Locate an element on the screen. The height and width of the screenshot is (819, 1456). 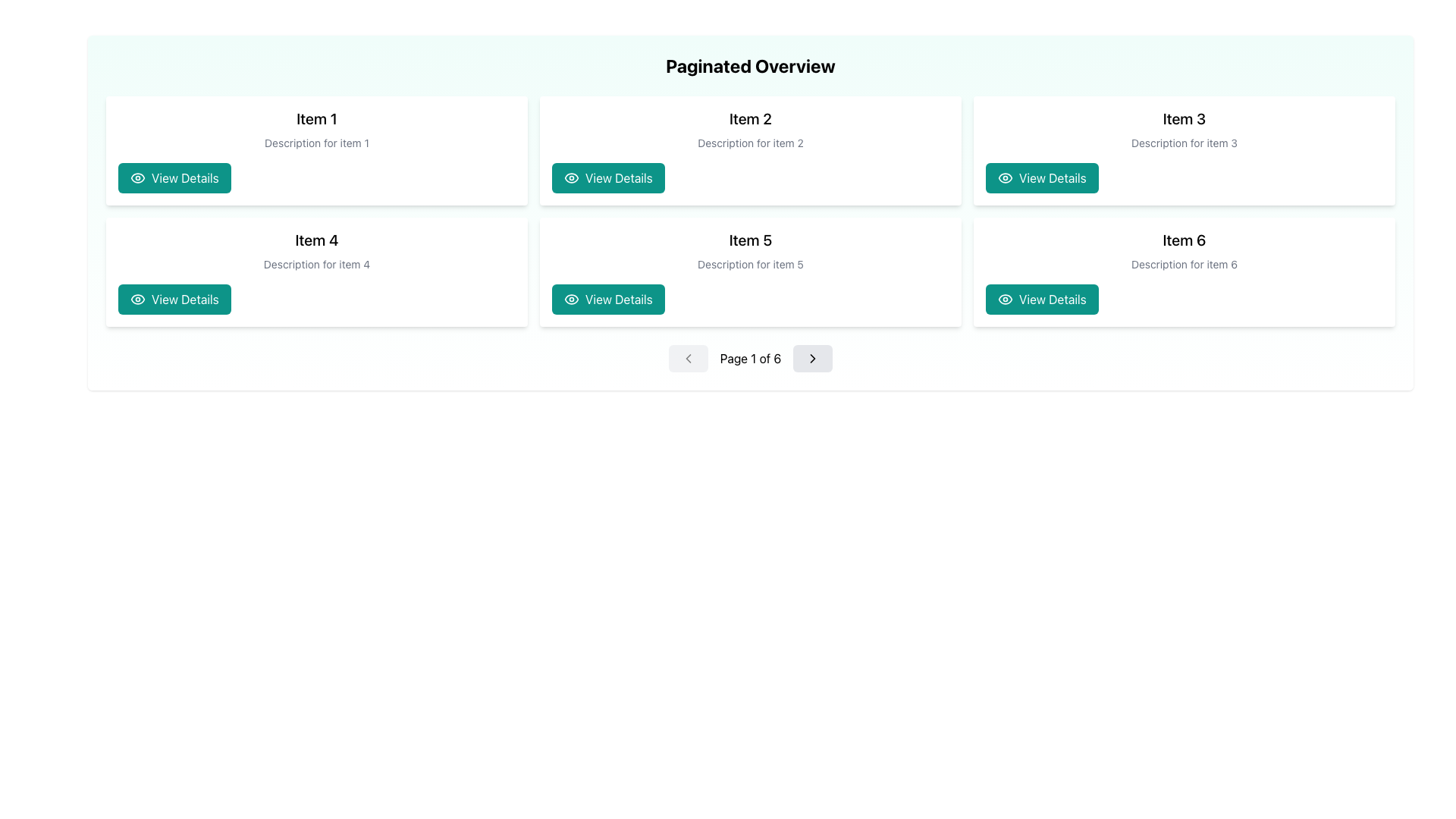
the centered text display that shows 'Page 1 of 6' in bold typography within the pagination control, located between the left and right navigation buttons is located at coordinates (750, 359).